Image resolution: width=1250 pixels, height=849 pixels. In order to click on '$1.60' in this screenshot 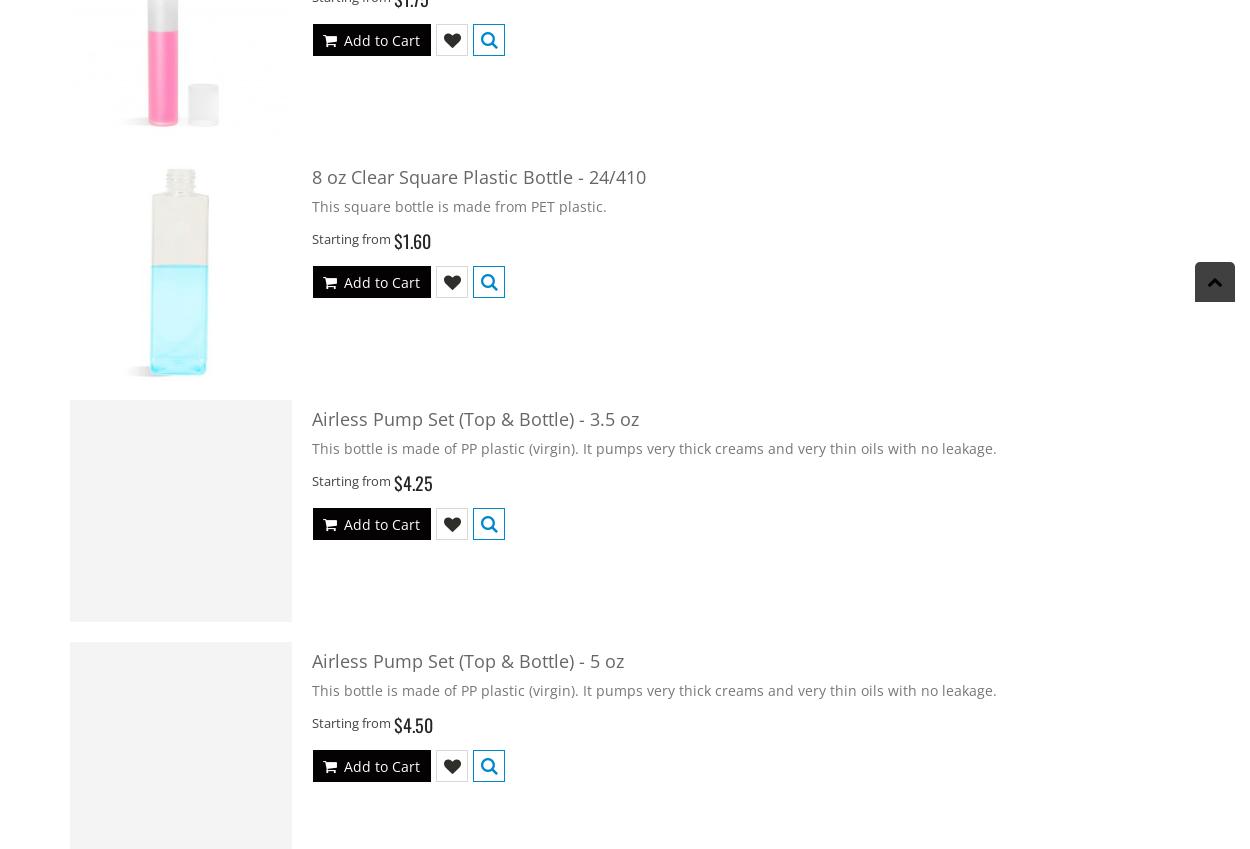, I will do `click(412, 240)`.